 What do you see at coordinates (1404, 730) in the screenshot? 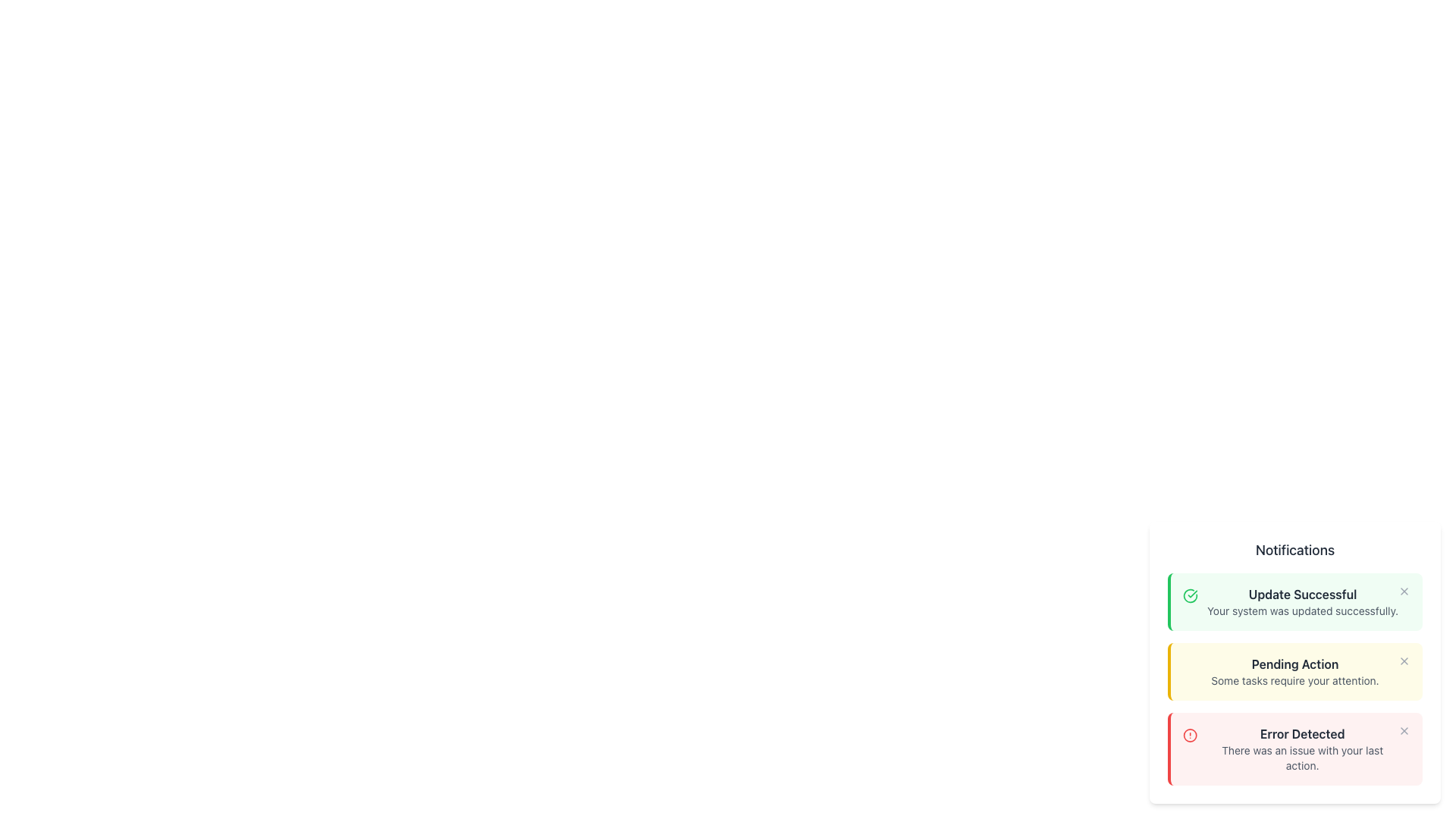
I see `the close button represented by a small gray 'X' icon located at the far right of the 'Error Detected' notification box` at bounding box center [1404, 730].